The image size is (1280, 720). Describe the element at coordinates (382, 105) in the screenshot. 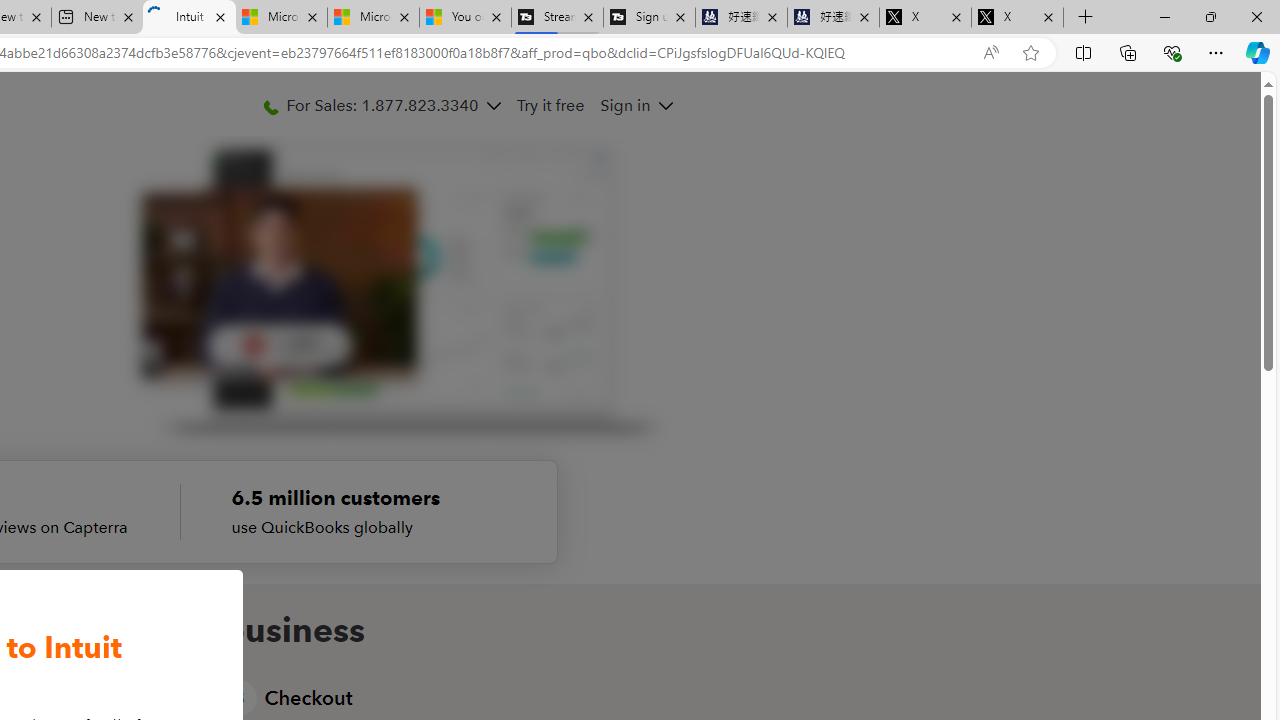

I see `'For Sales: 1.877.823.3340'` at that location.